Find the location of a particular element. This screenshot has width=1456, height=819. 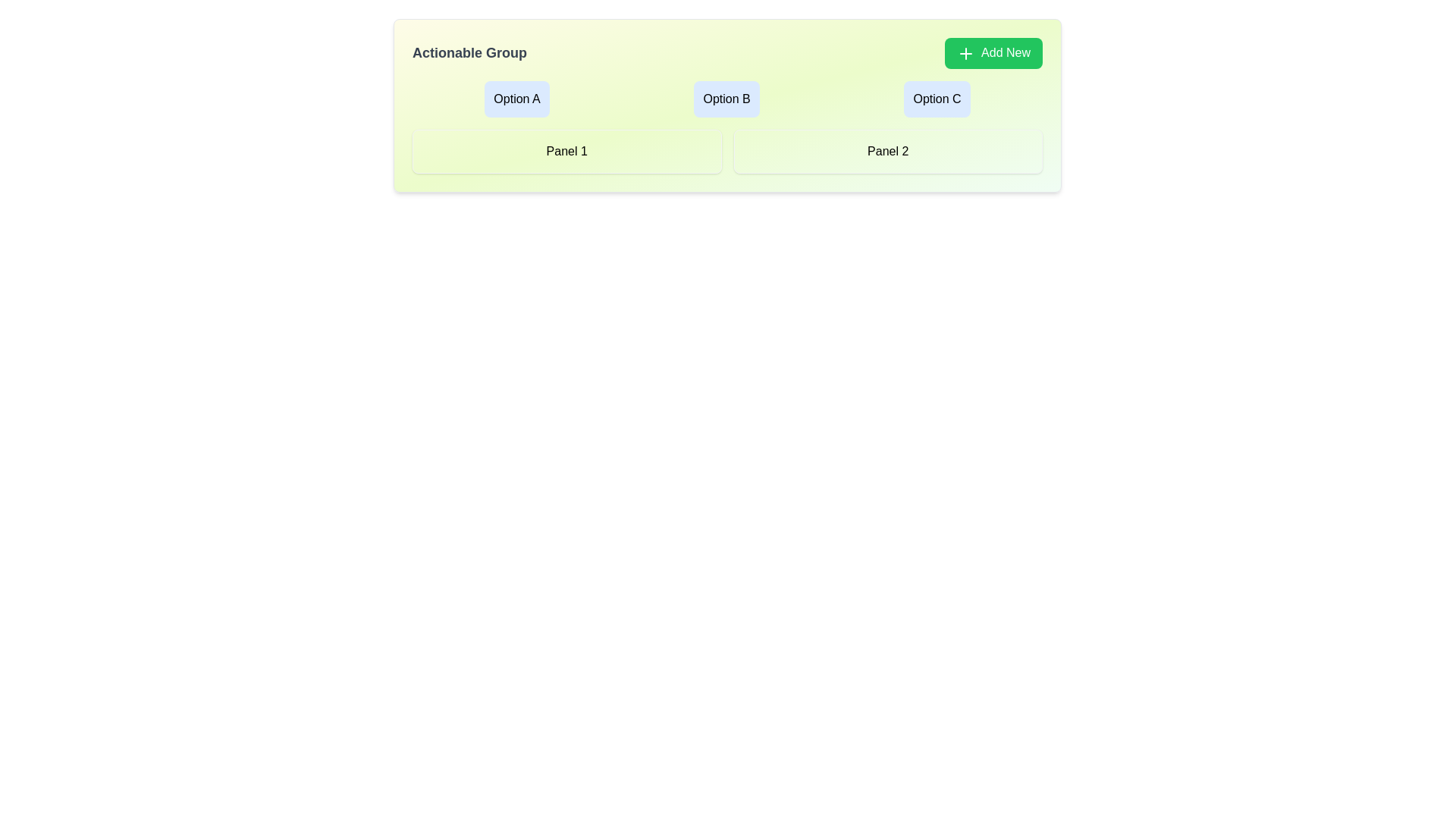

the 'Add New' button in the 'Actionable Group' section is located at coordinates (726, 52).